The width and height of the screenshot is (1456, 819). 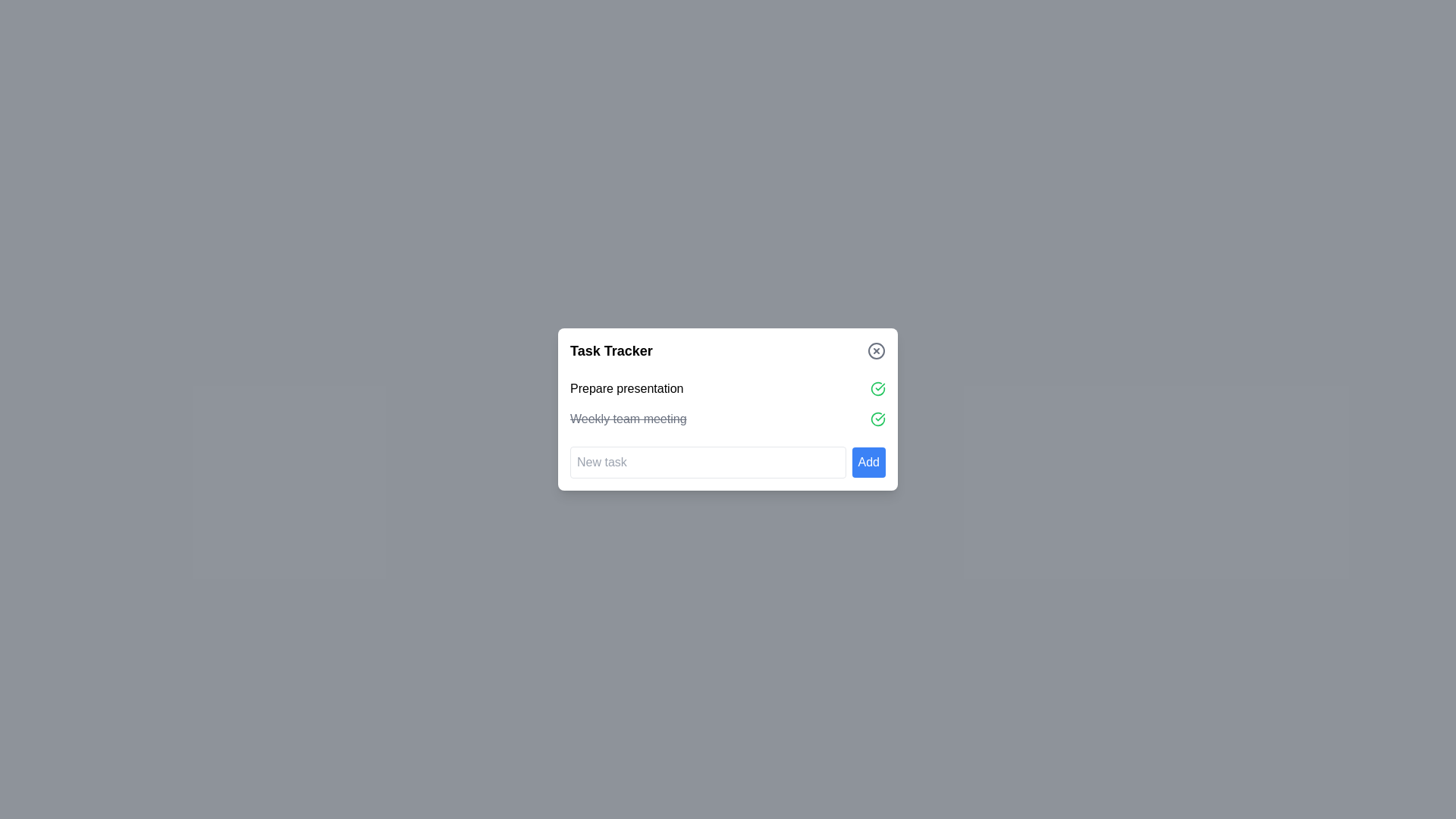 What do you see at coordinates (626, 388) in the screenshot?
I see `the first task item in the to-do list within the 'Task Tracker' interface` at bounding box center [626, 388].